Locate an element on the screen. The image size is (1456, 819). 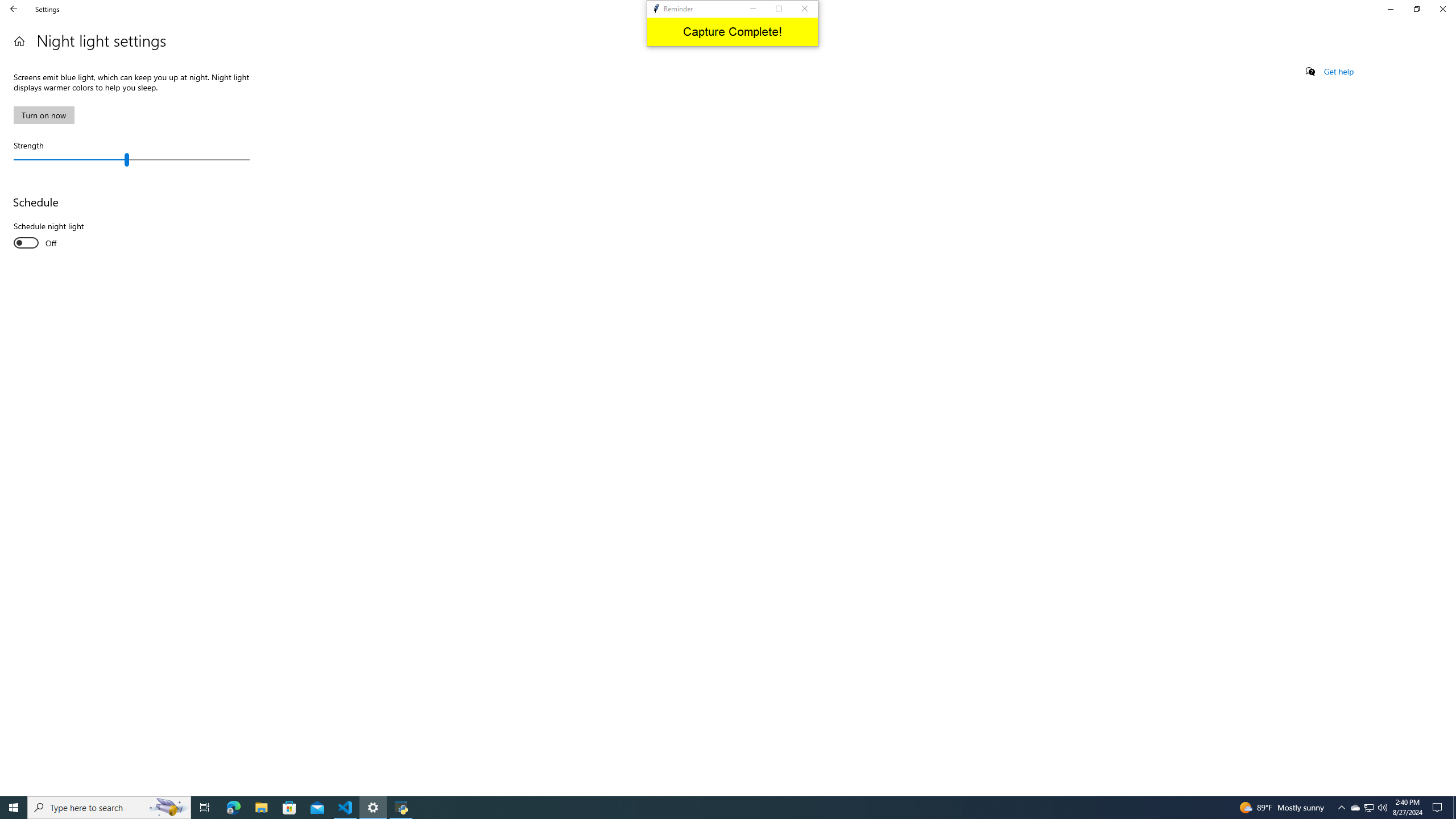
'Q2790: 100%' is located at coordinates (1381, 806).